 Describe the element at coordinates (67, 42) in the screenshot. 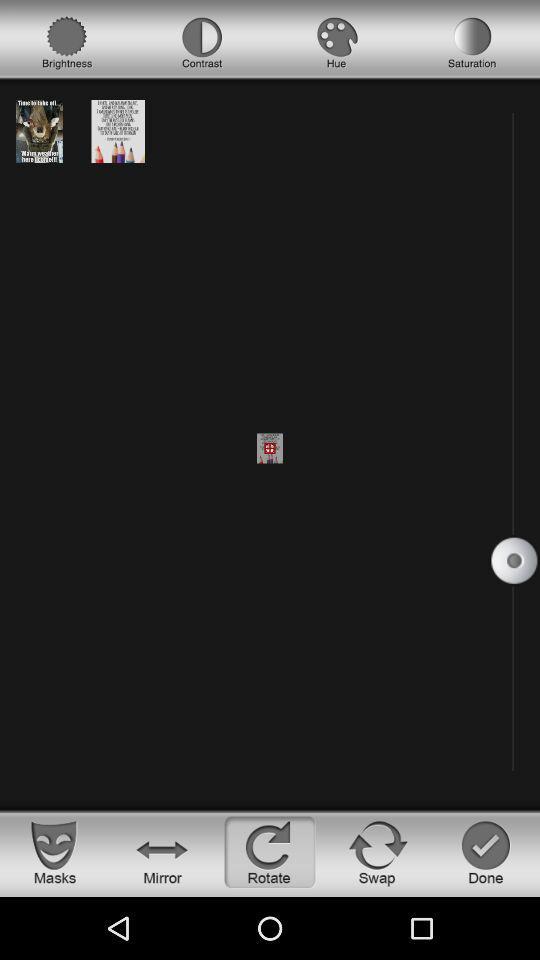

I see `open brightness setting` at that location.